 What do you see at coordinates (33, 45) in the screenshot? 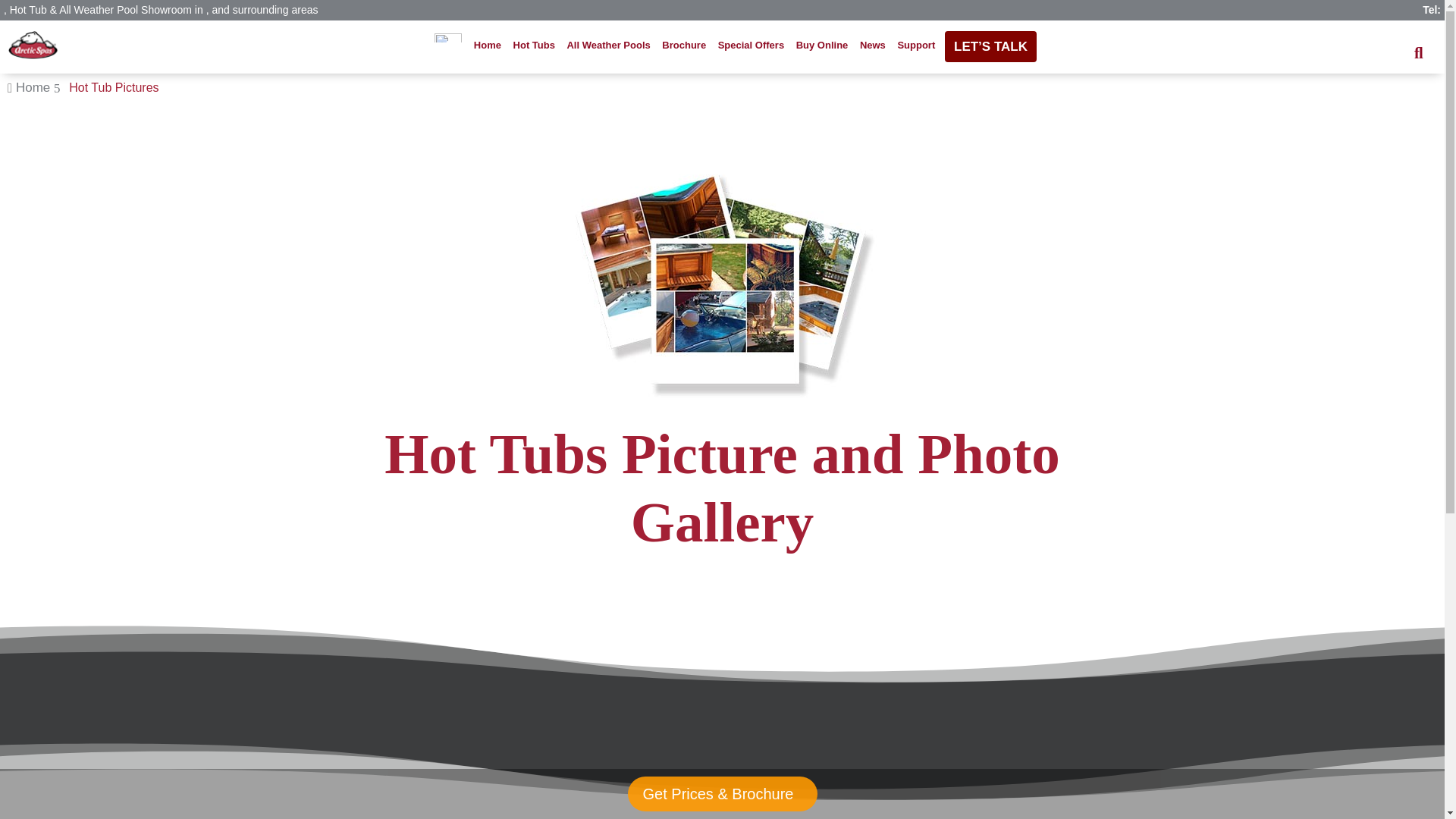
I see `' - Hot Tubs - Engineered for the Worlds Harshest Climates'` at bounding box center [33, 45].